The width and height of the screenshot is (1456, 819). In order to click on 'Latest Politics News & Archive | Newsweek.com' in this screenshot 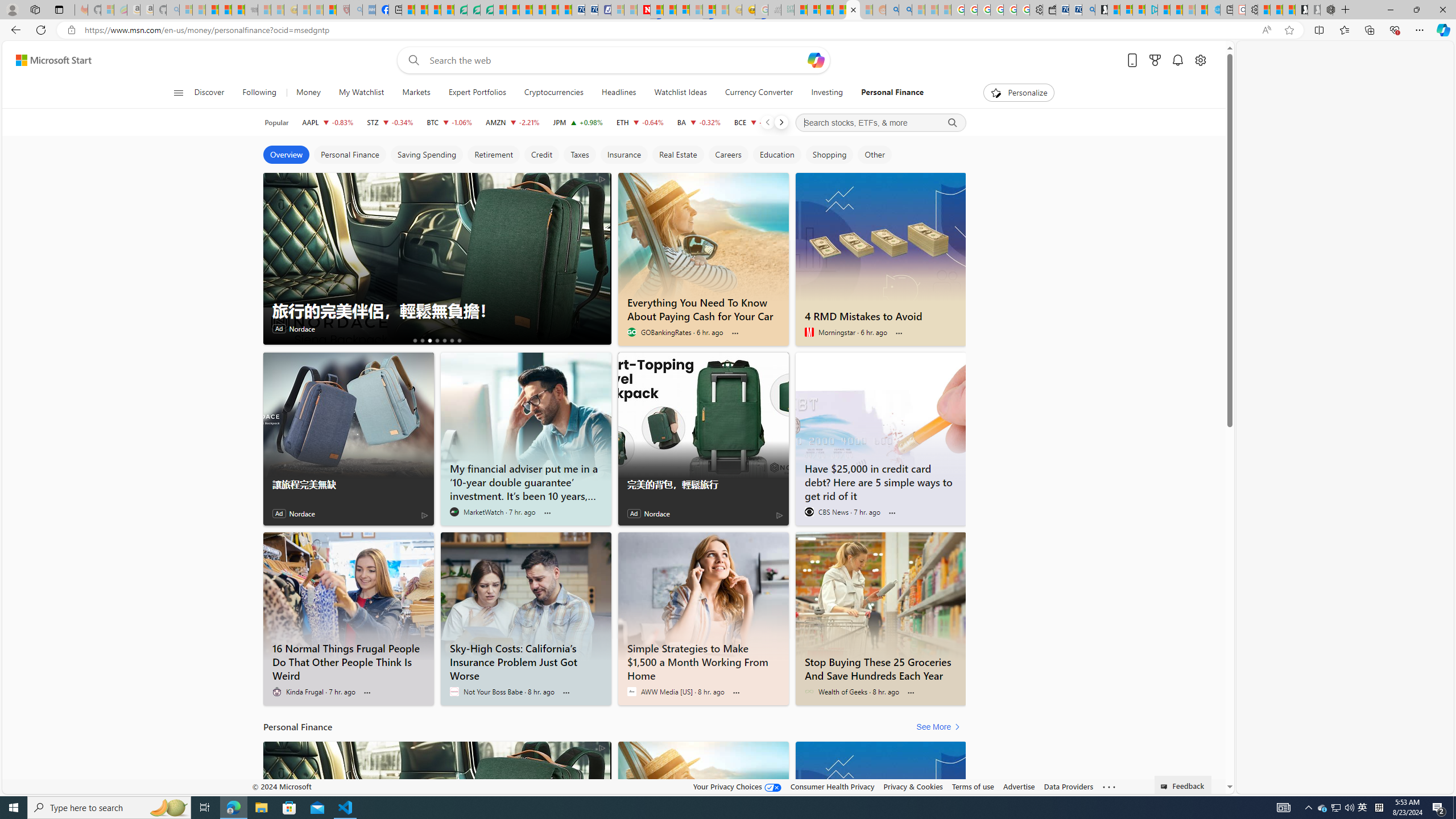, I will do `click(643, 9)`.